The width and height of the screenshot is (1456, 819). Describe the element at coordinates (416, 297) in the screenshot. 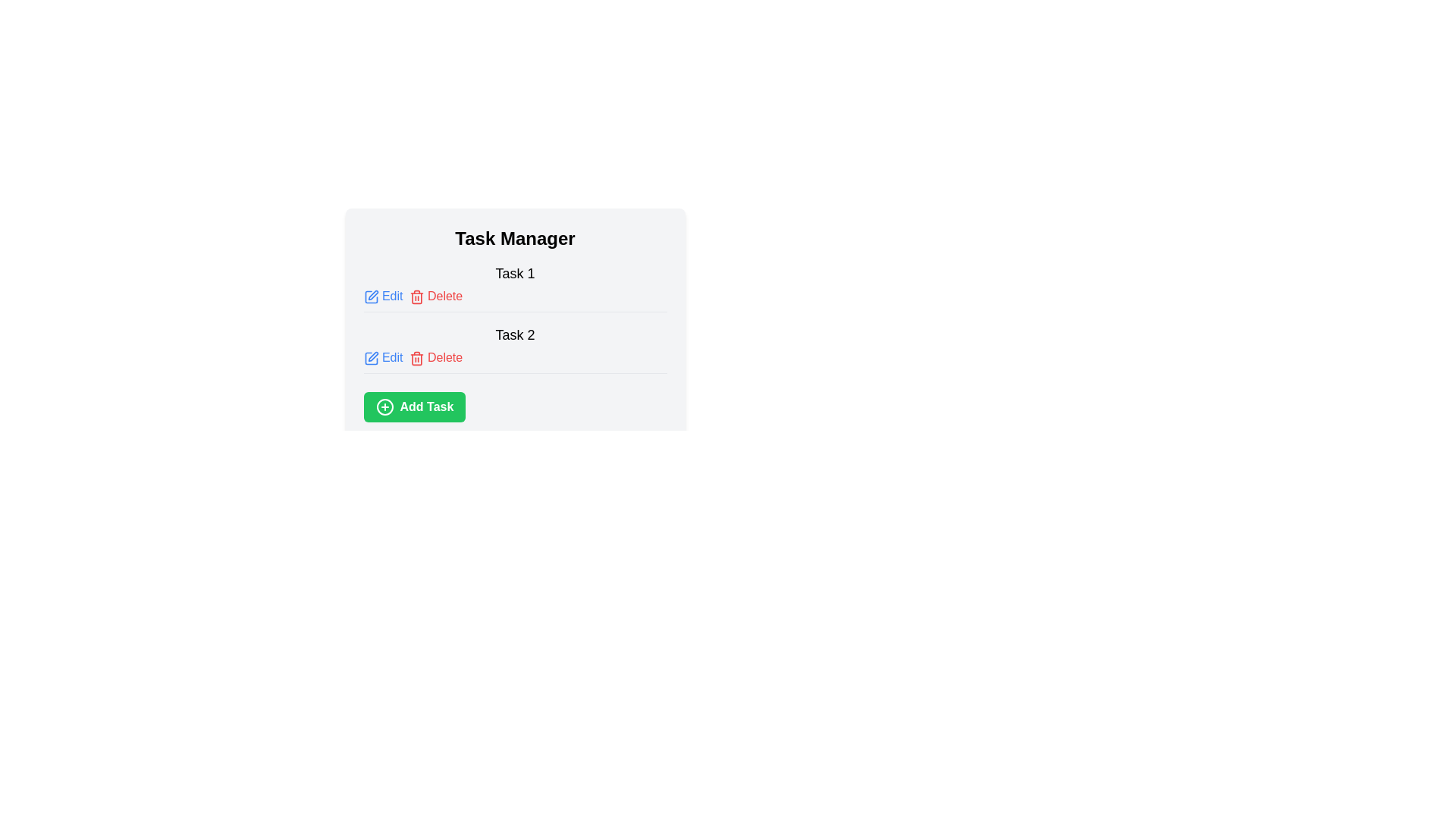

I see `the 'Delete' icon associated with 'Task 1'` at that location.